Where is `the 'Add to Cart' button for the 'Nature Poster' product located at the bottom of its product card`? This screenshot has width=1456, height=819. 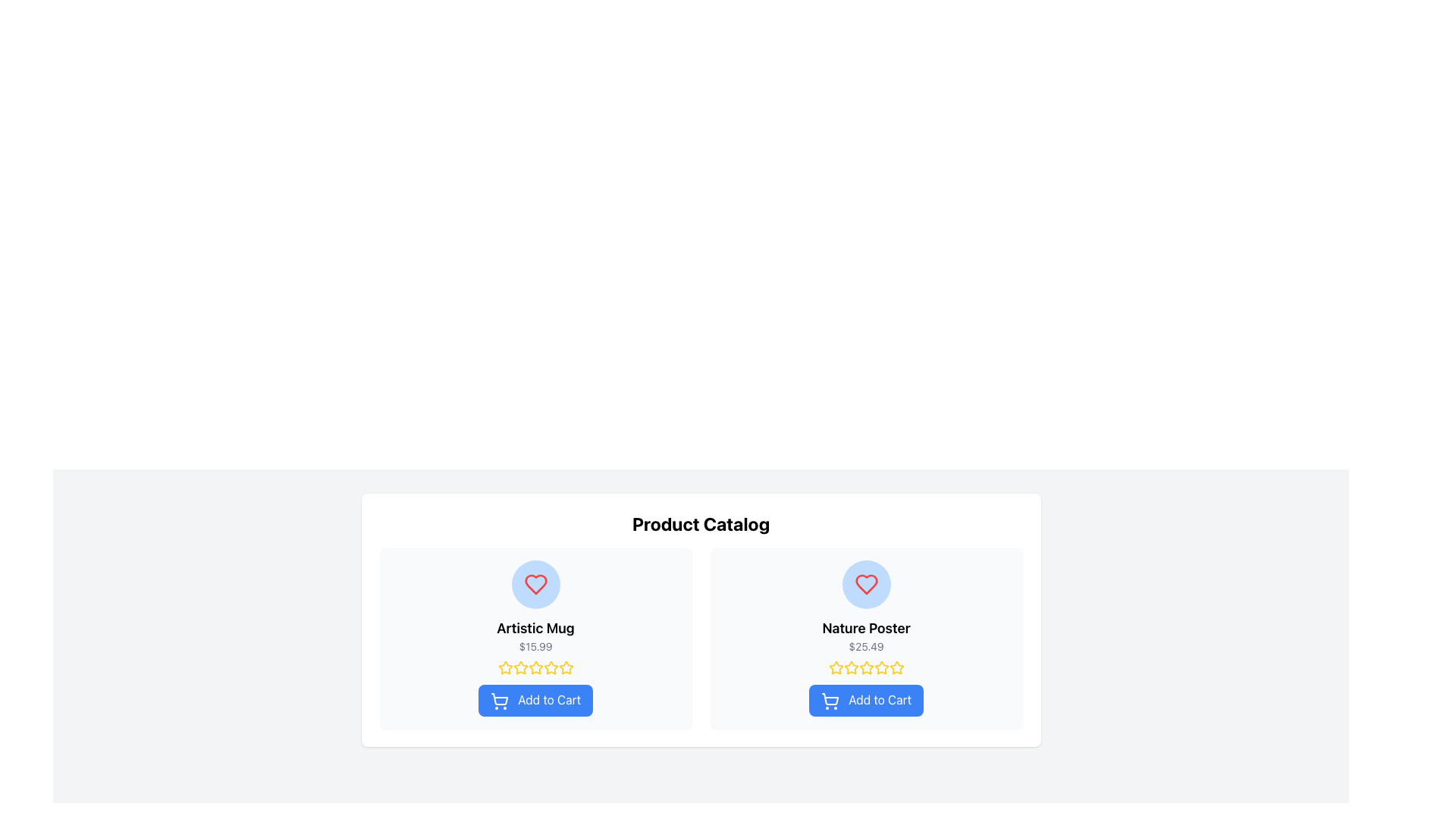 the 'Add to Cart' button for the 'Nature Poster' product located at the bottom of its product card is located at coordinates (866, 700).